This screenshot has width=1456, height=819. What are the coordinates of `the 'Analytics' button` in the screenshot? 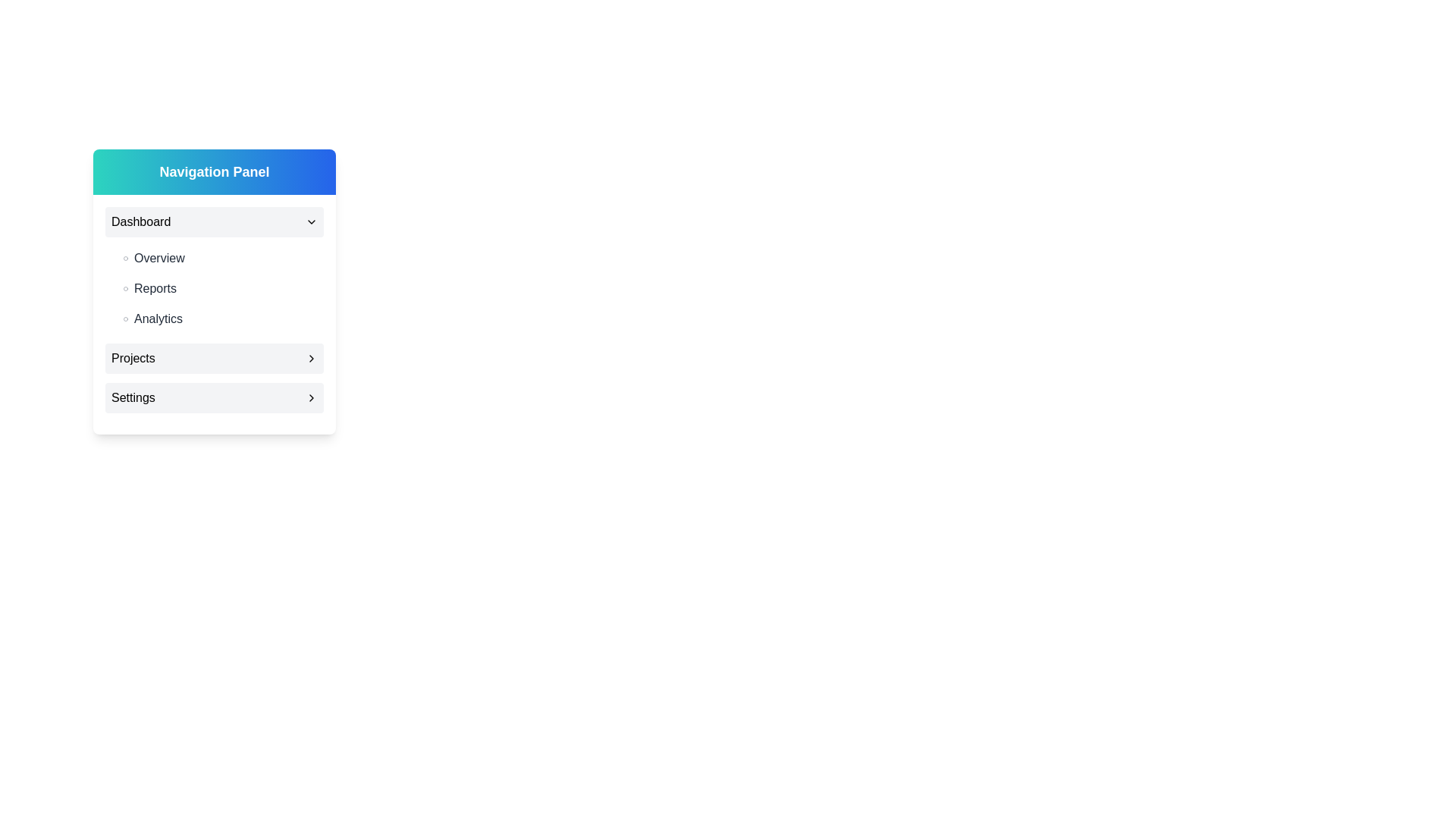 It's located at (220, 318).